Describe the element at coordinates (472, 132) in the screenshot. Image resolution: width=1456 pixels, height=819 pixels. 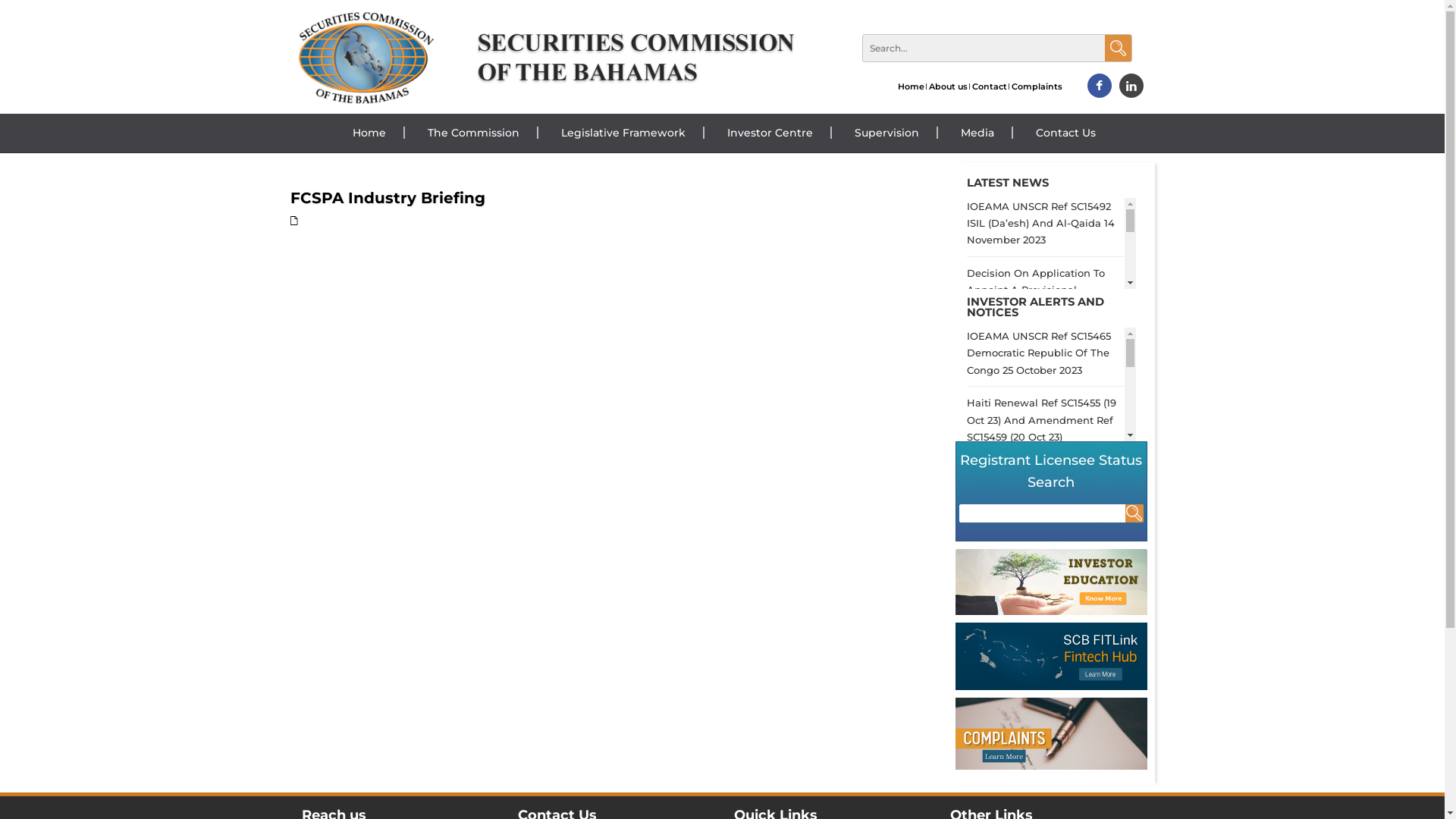
I see `'The Commission'` at that location.